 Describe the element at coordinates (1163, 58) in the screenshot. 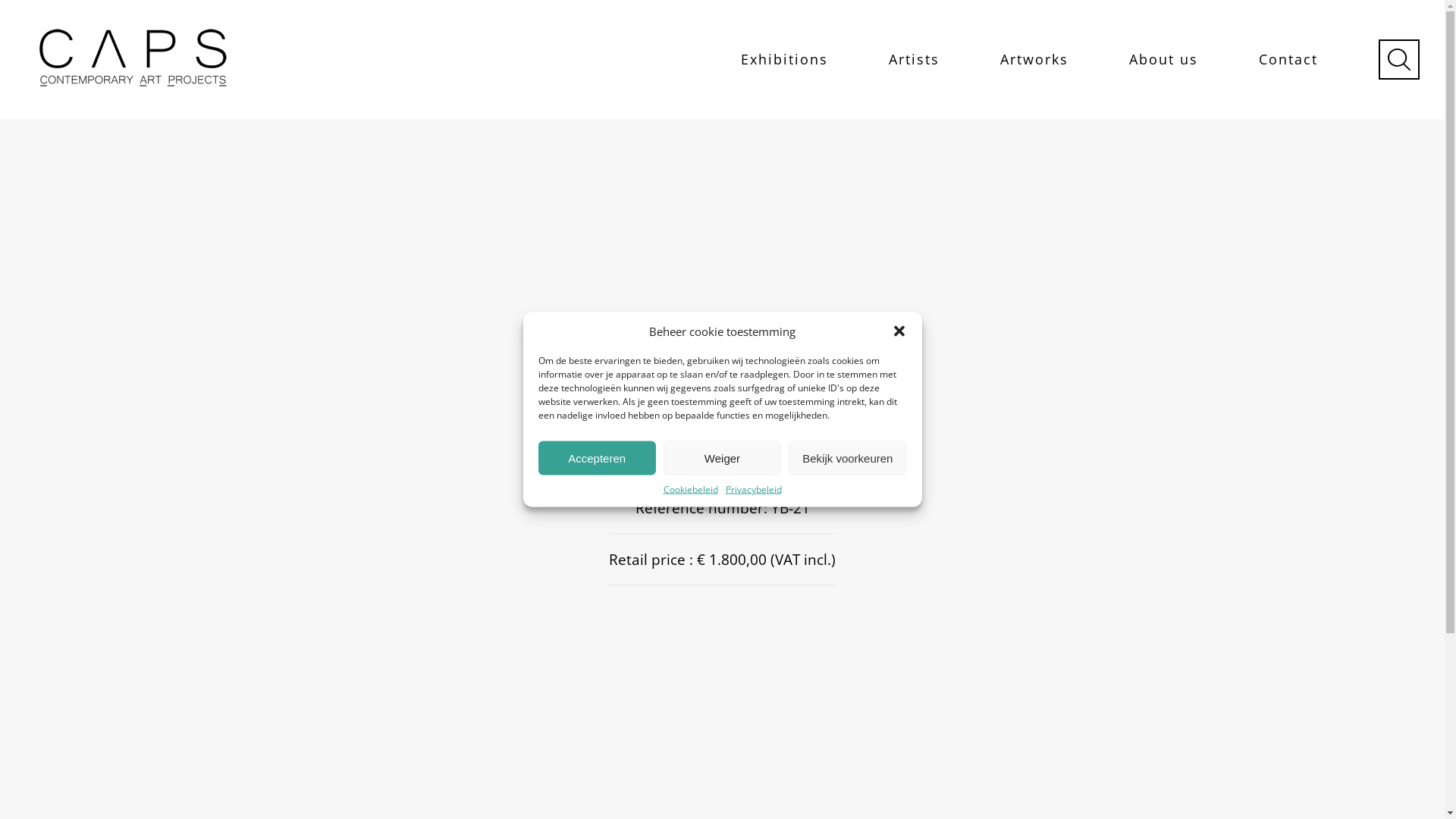

I see `'About us'` at that location.